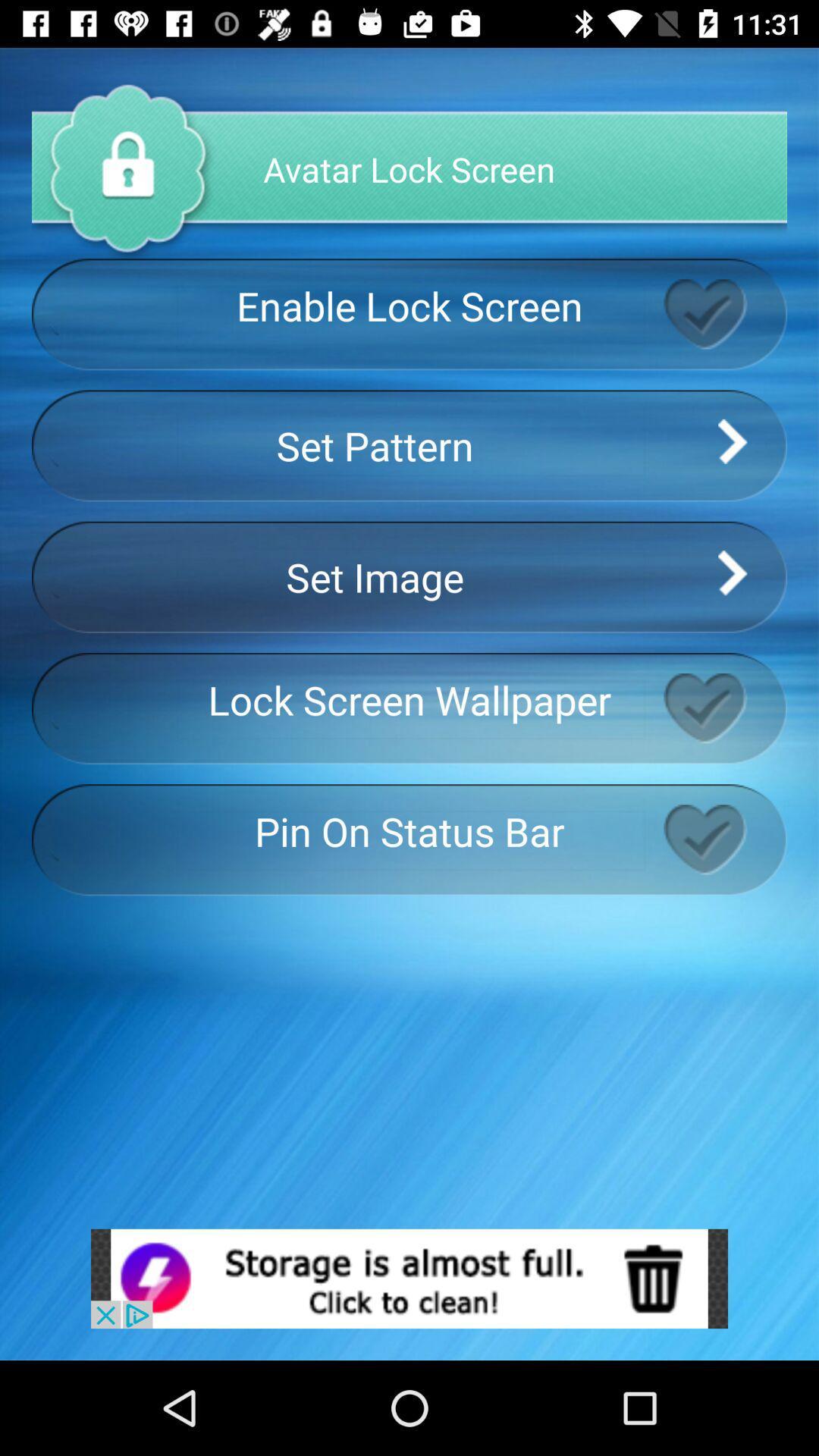  Describe the element at coordinates (724, 313) in the screenshot. I see `screen lock` at that location.